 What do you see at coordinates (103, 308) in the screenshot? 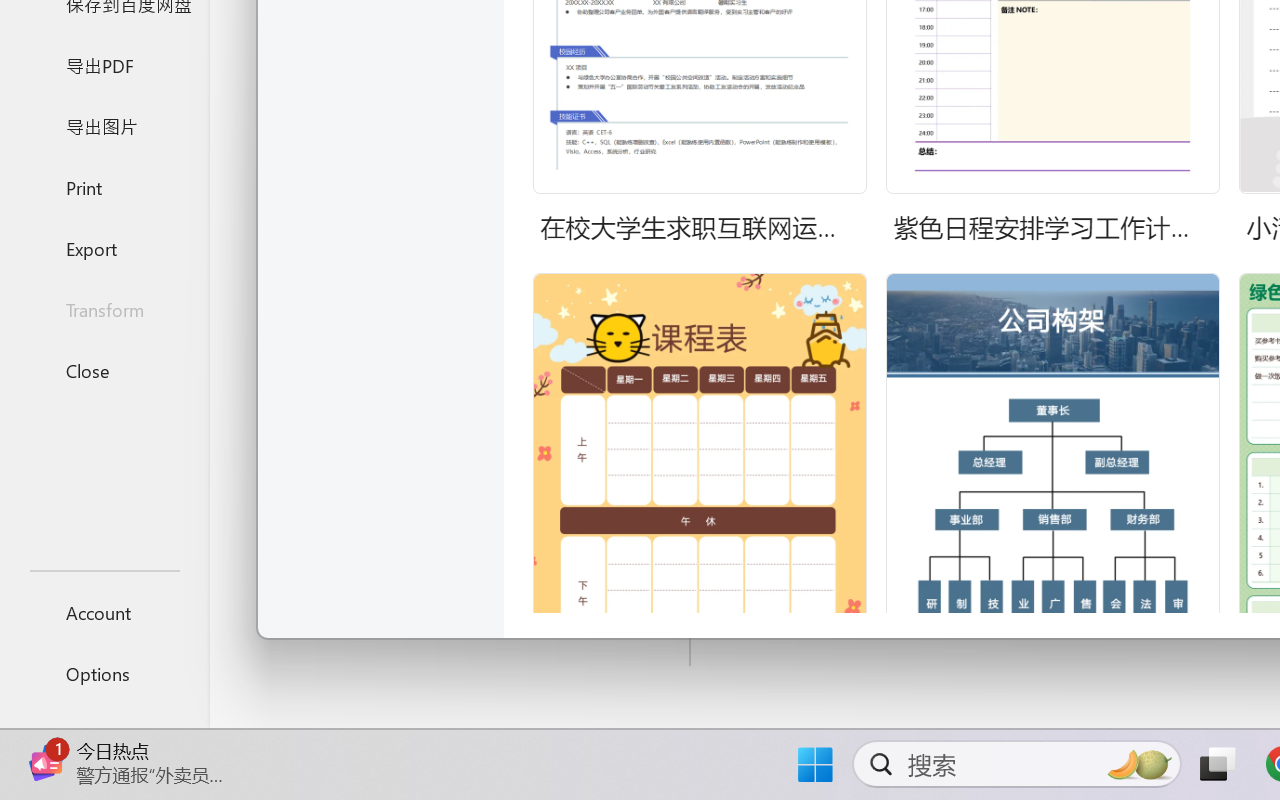
I see `'Transform'` at bounding box center [103, 308].